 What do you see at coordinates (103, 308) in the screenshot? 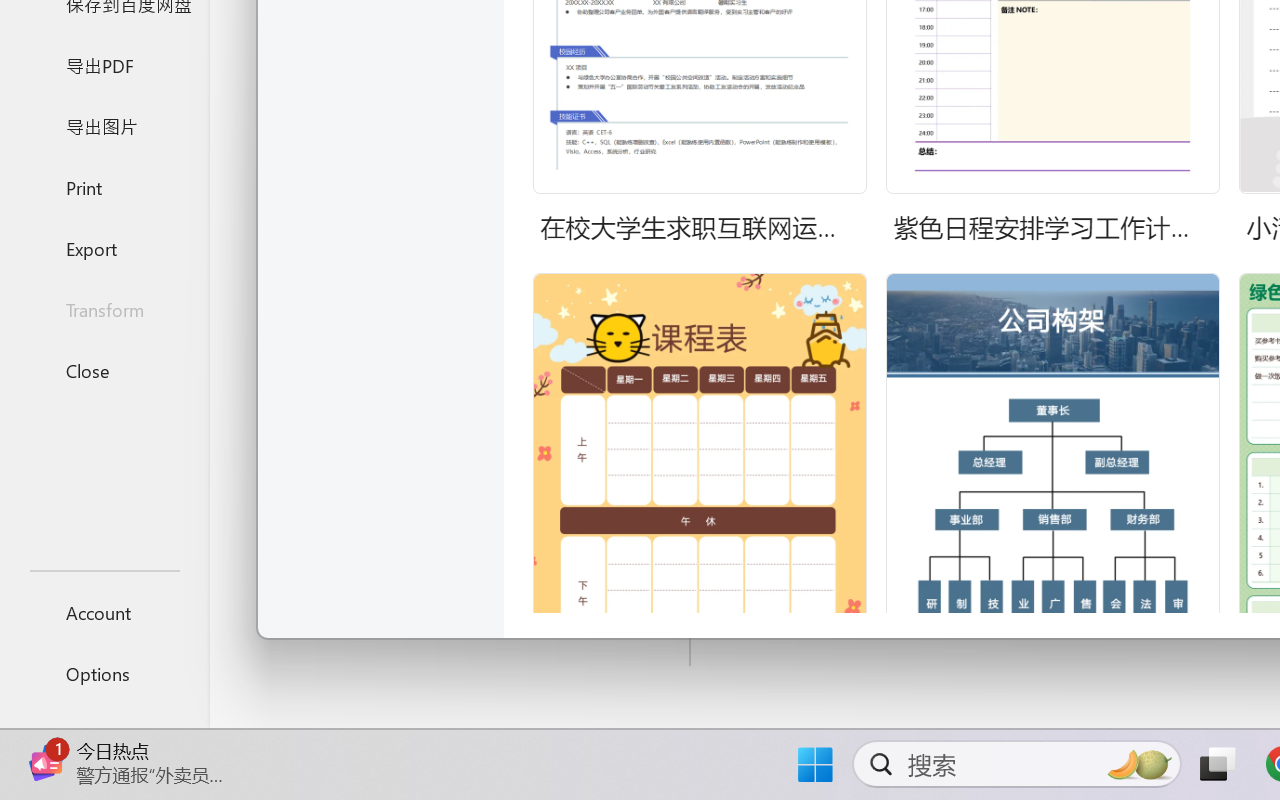
I see `'Transform'` at bounding box center [103, 308].